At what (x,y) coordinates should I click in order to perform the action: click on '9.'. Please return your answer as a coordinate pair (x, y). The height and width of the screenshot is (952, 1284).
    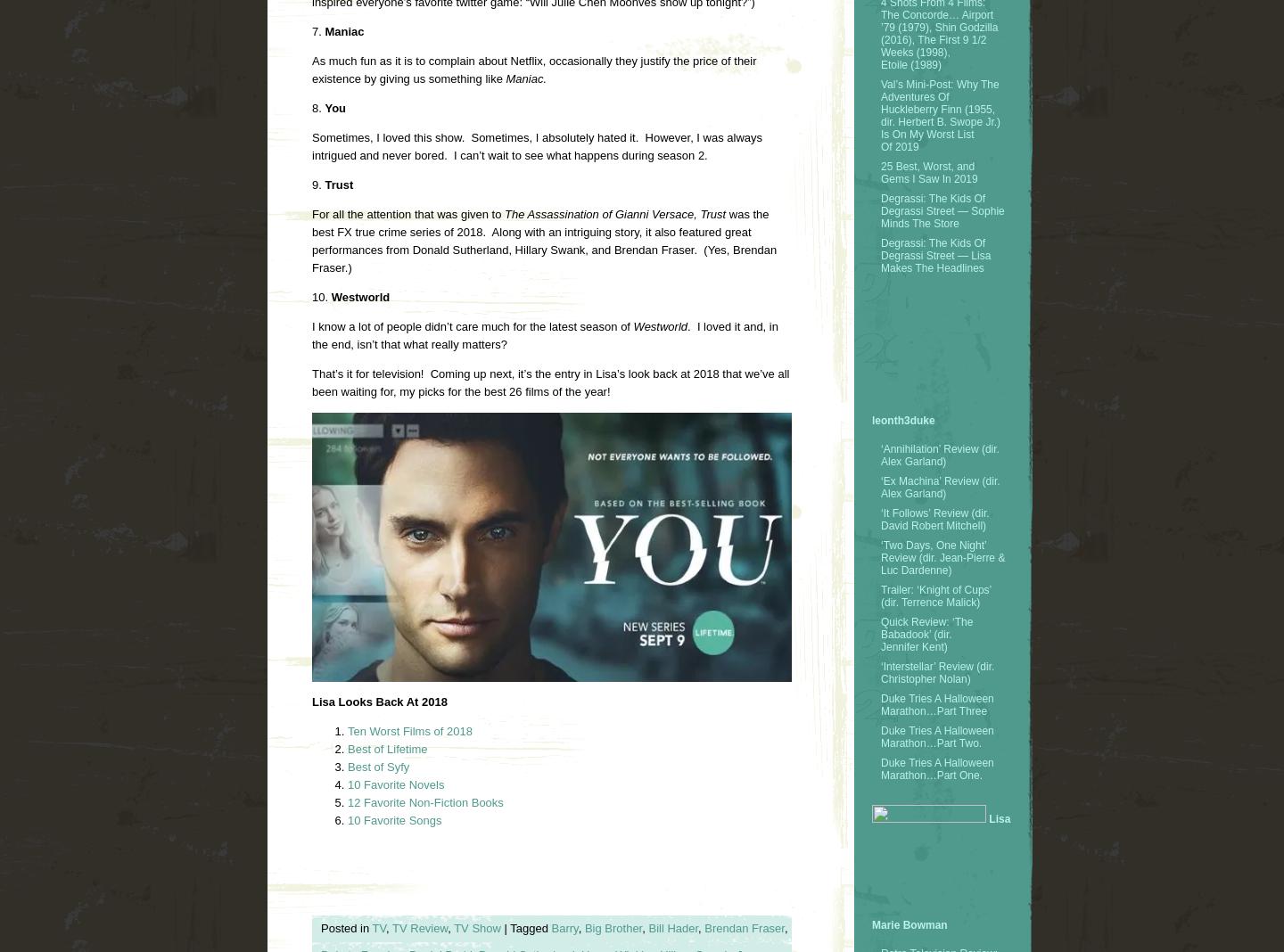
    Looking at the image, I should click on (317, 185).